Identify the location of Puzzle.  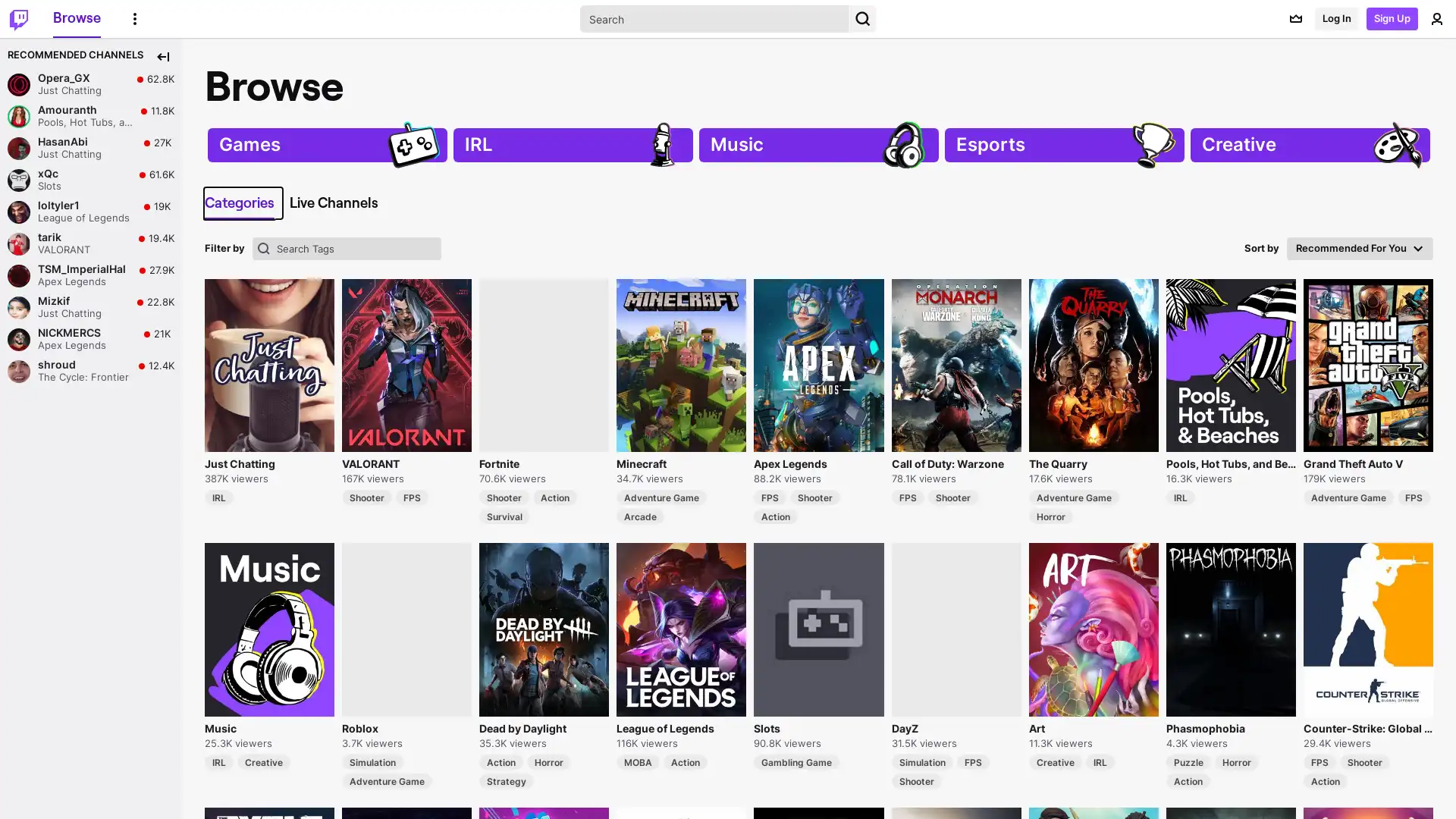
(1187, 762).